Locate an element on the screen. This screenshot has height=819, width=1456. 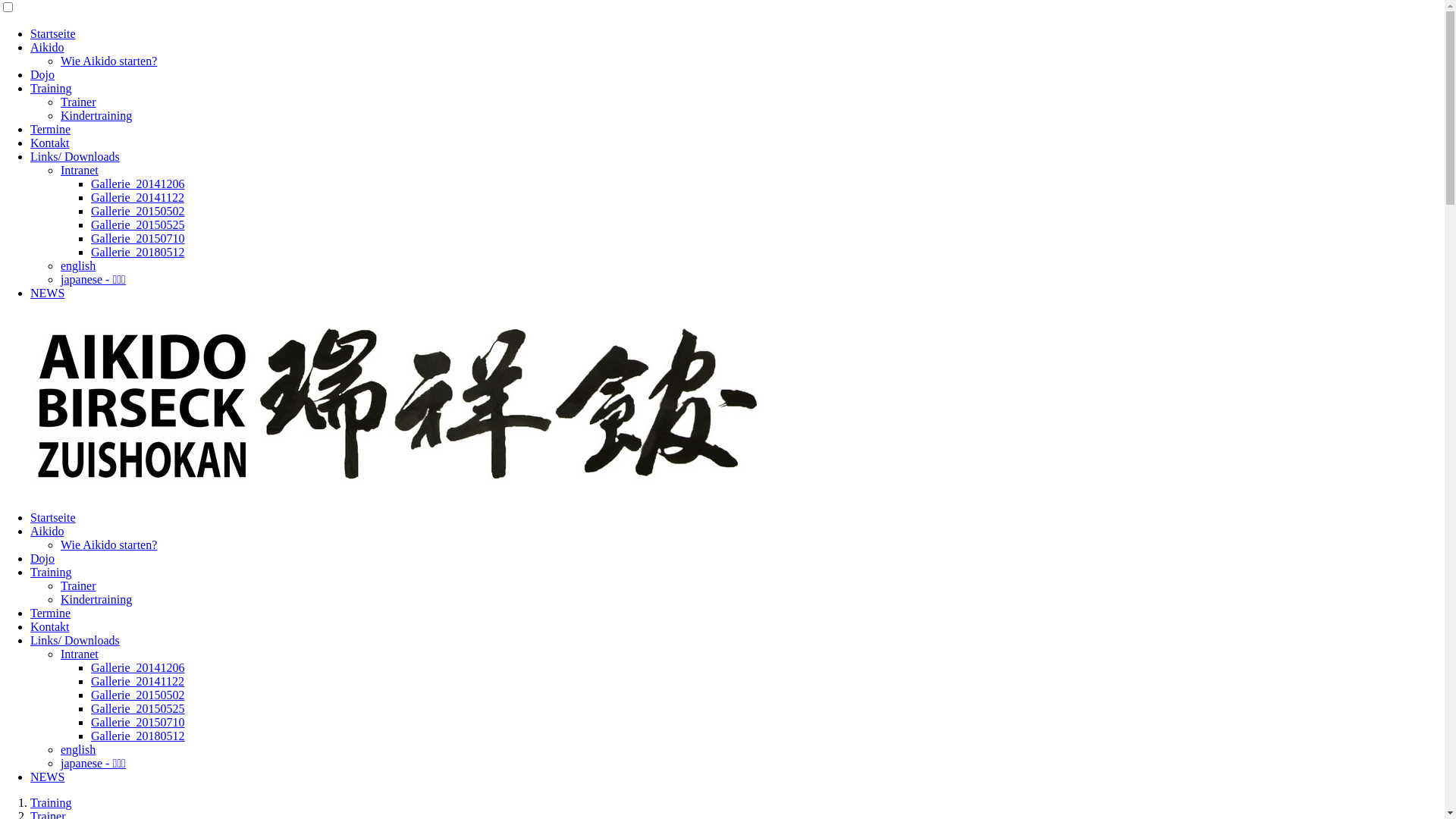
'Wie Aikido starten?' is located at coordinates (108, 60).